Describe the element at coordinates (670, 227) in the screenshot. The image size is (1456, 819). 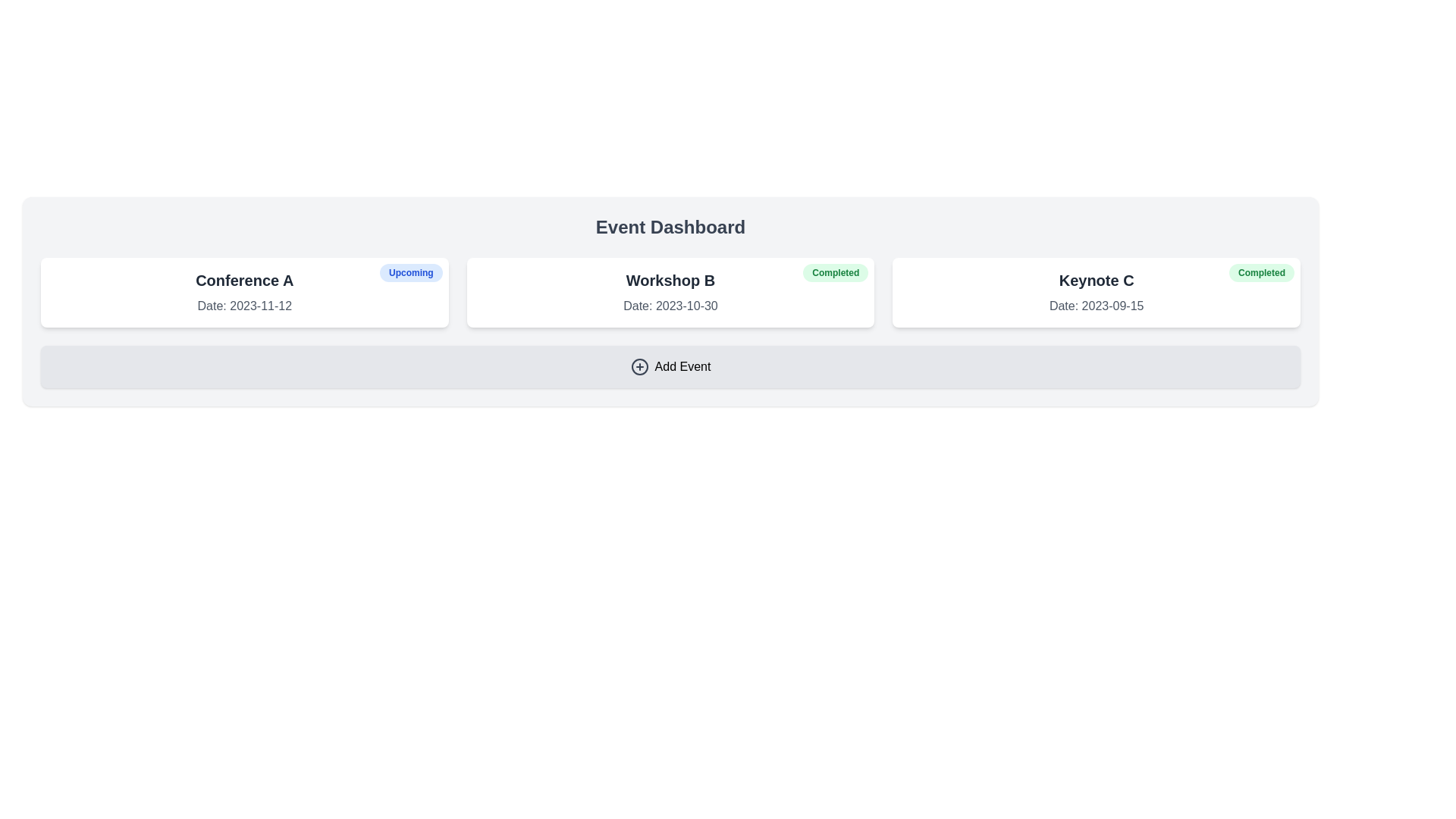
I see `the Text label (header) that serves as a title for the event management dashboard, located at the top of the interface` at that location.